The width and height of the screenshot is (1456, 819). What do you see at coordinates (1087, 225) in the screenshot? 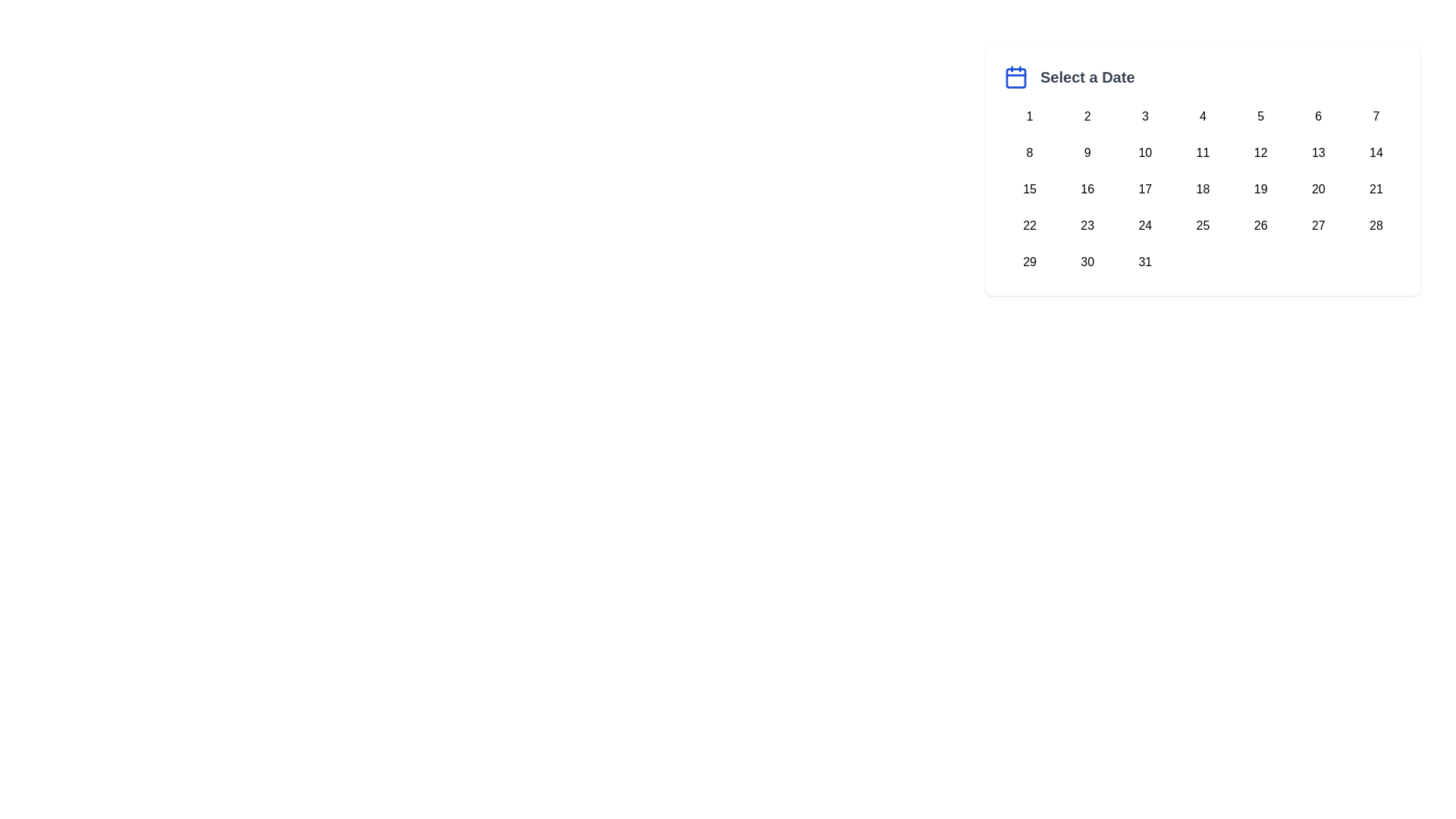
I see `the clickable calendar day representing the date 23 in the calendar interface` at bounding box center [1087, 225].